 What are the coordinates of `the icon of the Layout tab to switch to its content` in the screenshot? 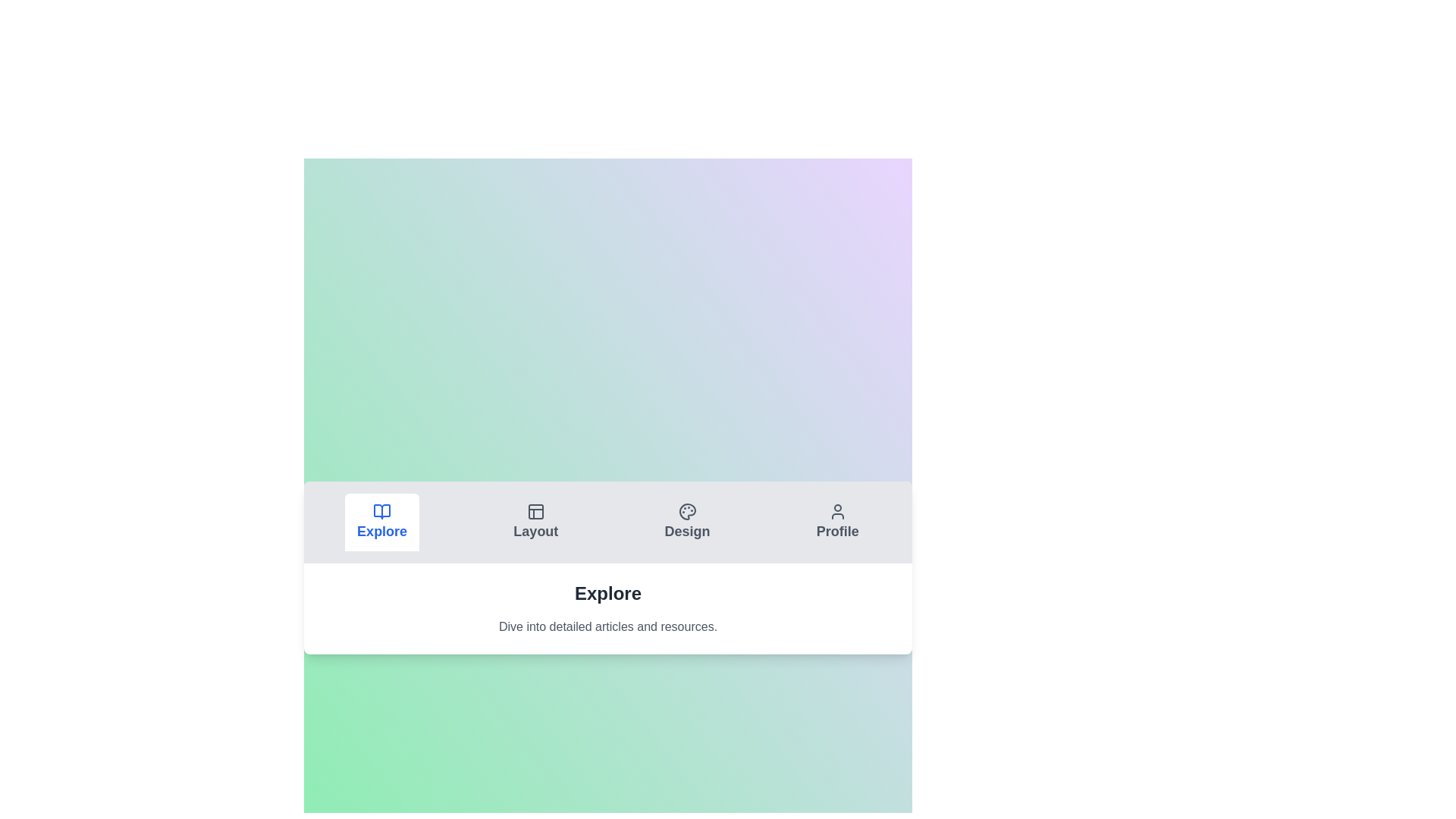 It's located at (535, 512).